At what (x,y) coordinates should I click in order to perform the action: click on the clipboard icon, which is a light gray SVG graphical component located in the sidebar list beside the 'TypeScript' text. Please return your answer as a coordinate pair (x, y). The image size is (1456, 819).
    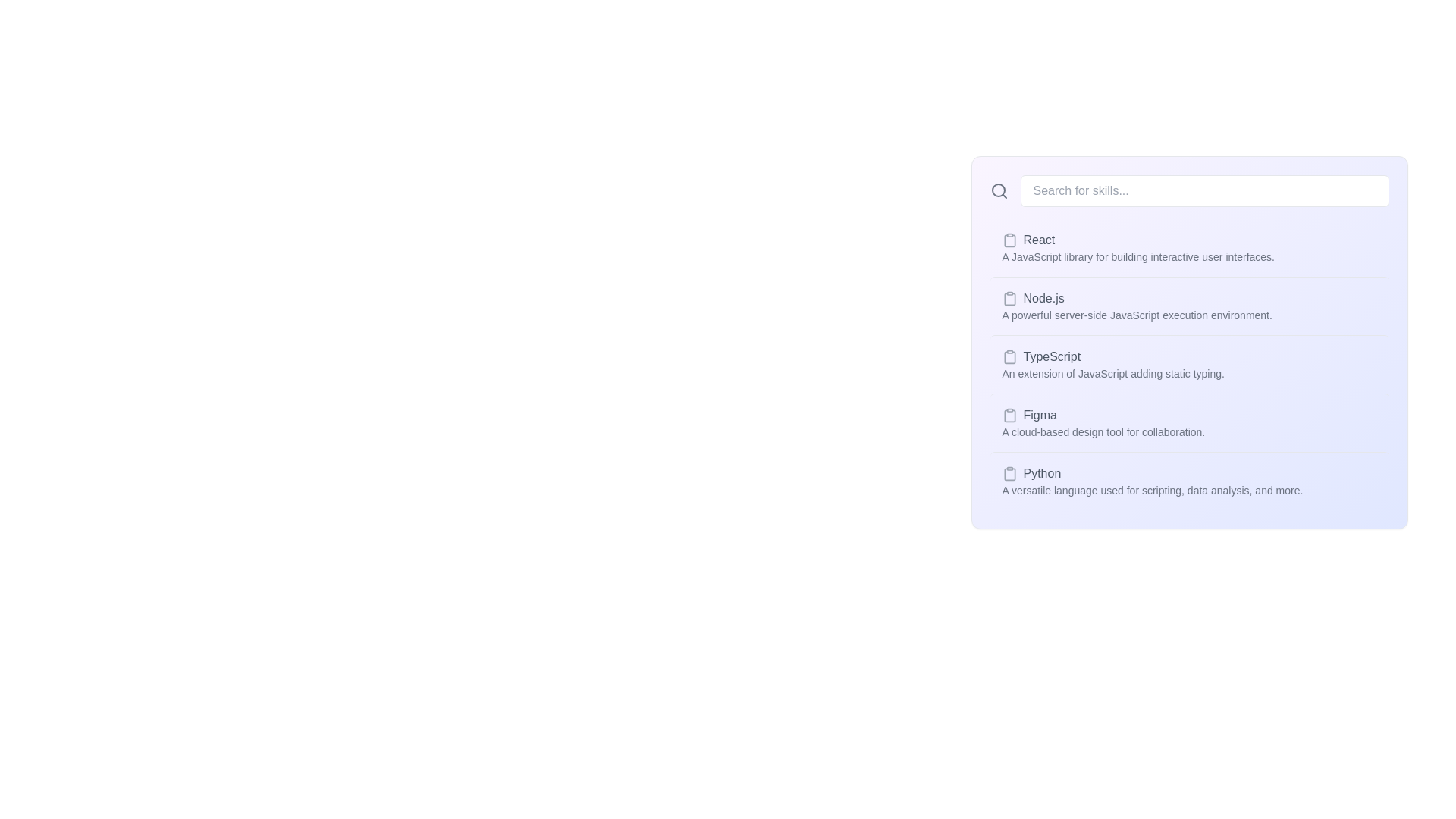
    Looking at the image, I should click on (1009, 357).